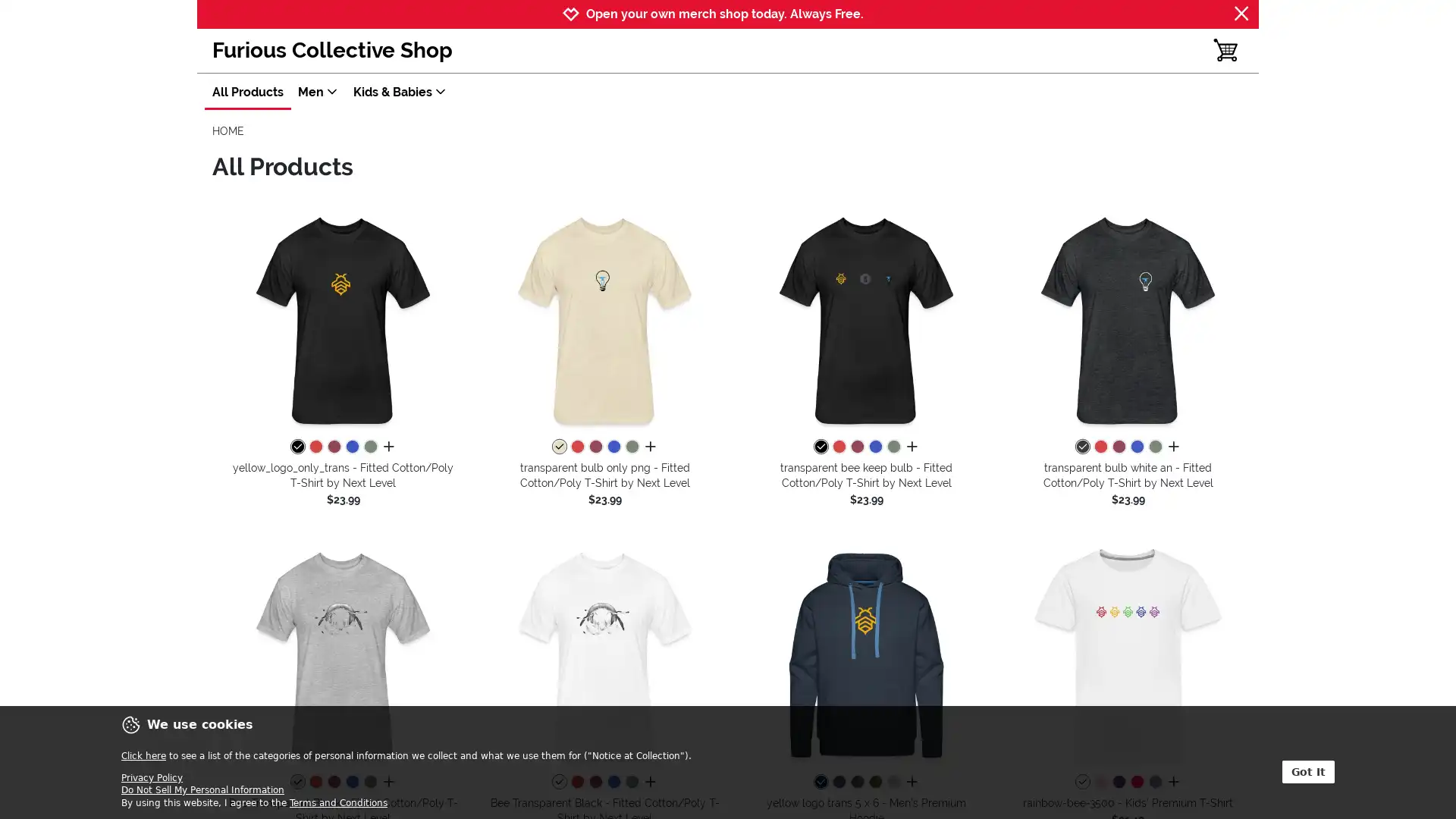 This screenshot has height=819, width=1456. What do you see at coordinates (1136, 447) in the screenshot?
I see `heather royal` at bounding box center [1136, 447].